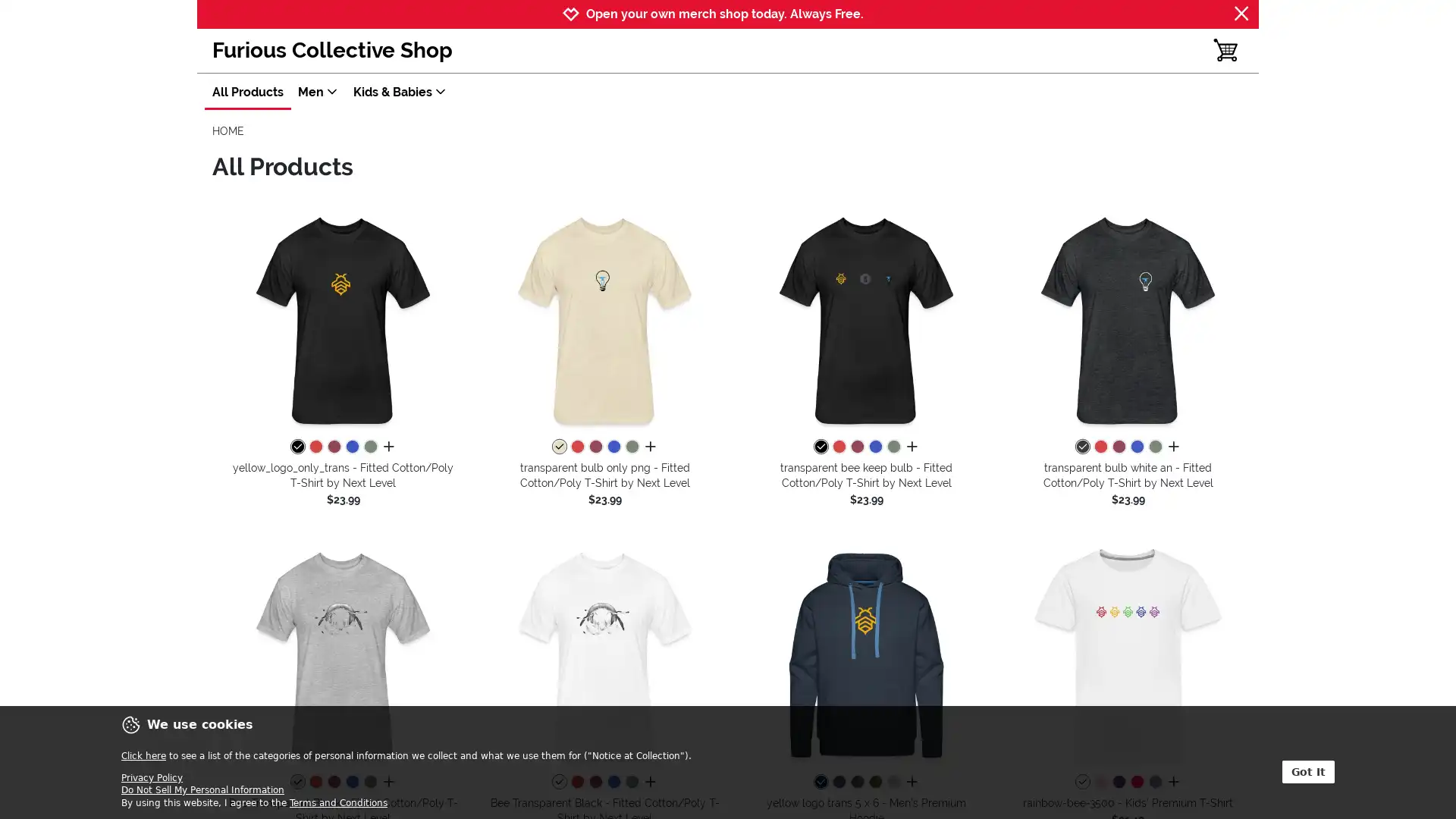 This screenshot has height=819, width=1456. What do you see at coordinates (1136, 447) in the screenshot?
I see `heather royal` at bounding box center [1136, 447].